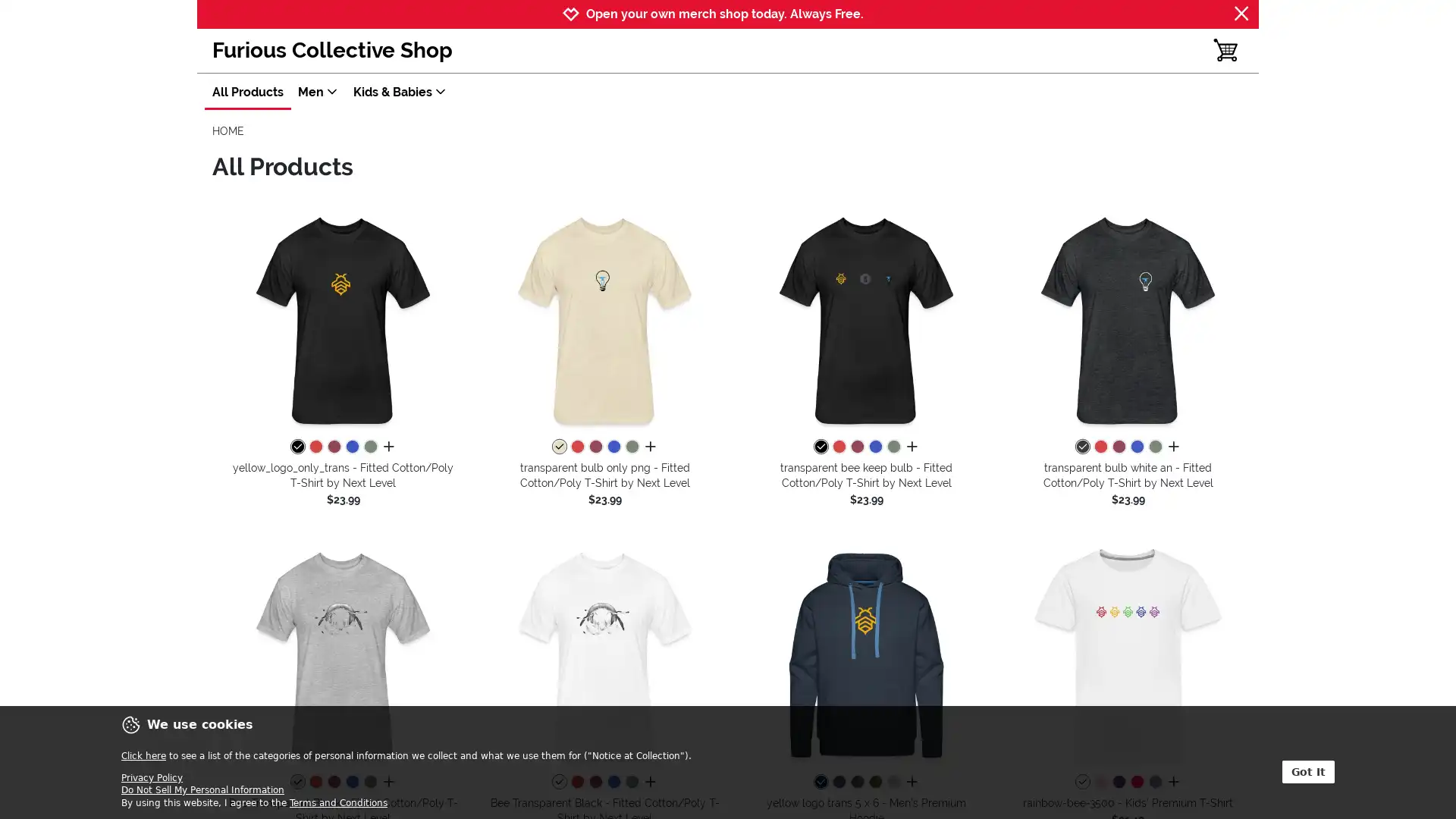 This screenshot has height=819, width=1456. What do you see at coordinates (1136, 447) in the screenshot?
I see `heather royal` at bounding box center [1136, 447].